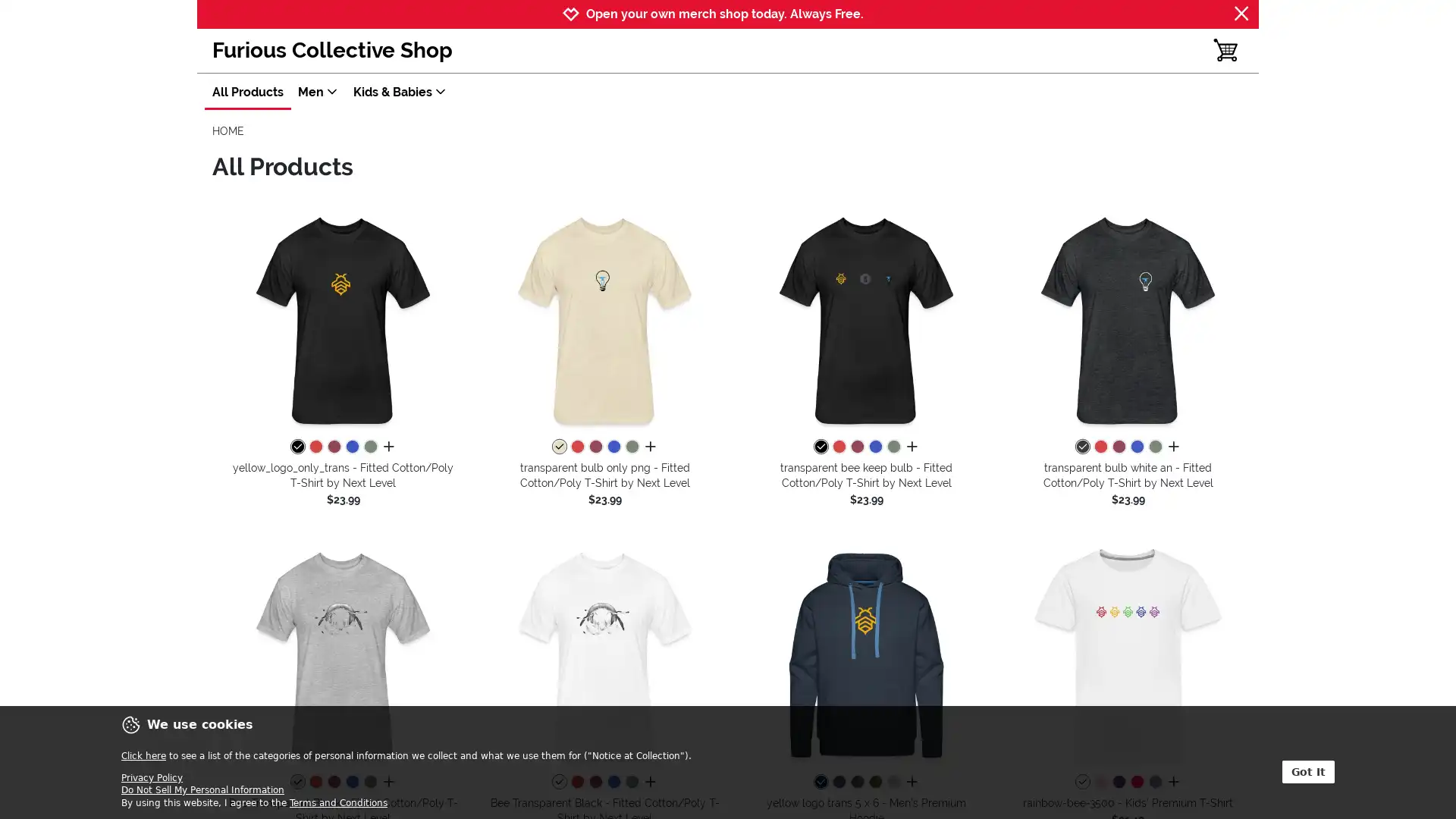 This screenshot has height=819, width=1456. What do you see at coordinates (1136, 447) in the screenshot?
I see `heather royal` at bounding box center [1136, 447].